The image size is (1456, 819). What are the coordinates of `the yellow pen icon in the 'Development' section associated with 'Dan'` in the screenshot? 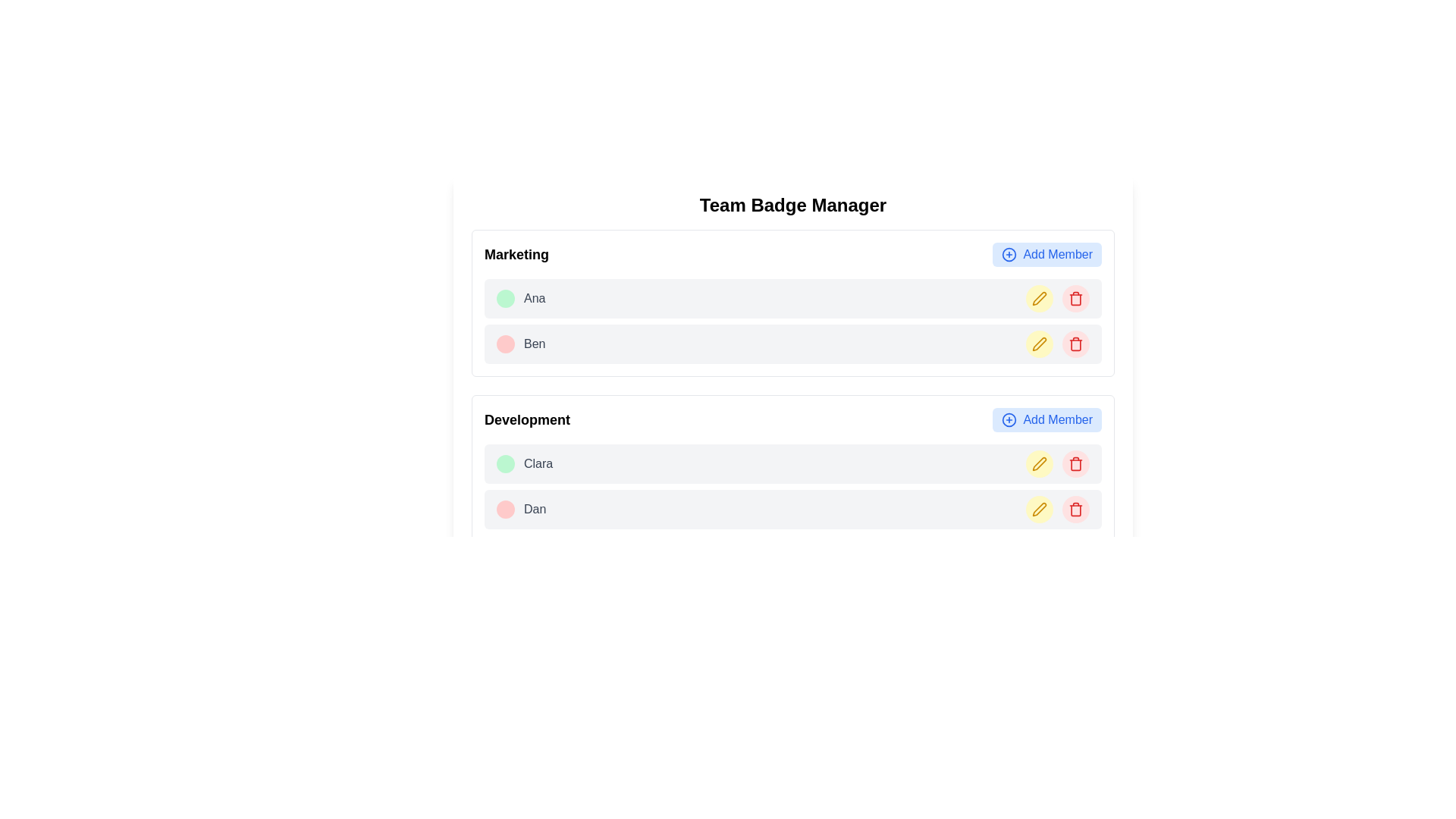 It's located at (1039, 462).